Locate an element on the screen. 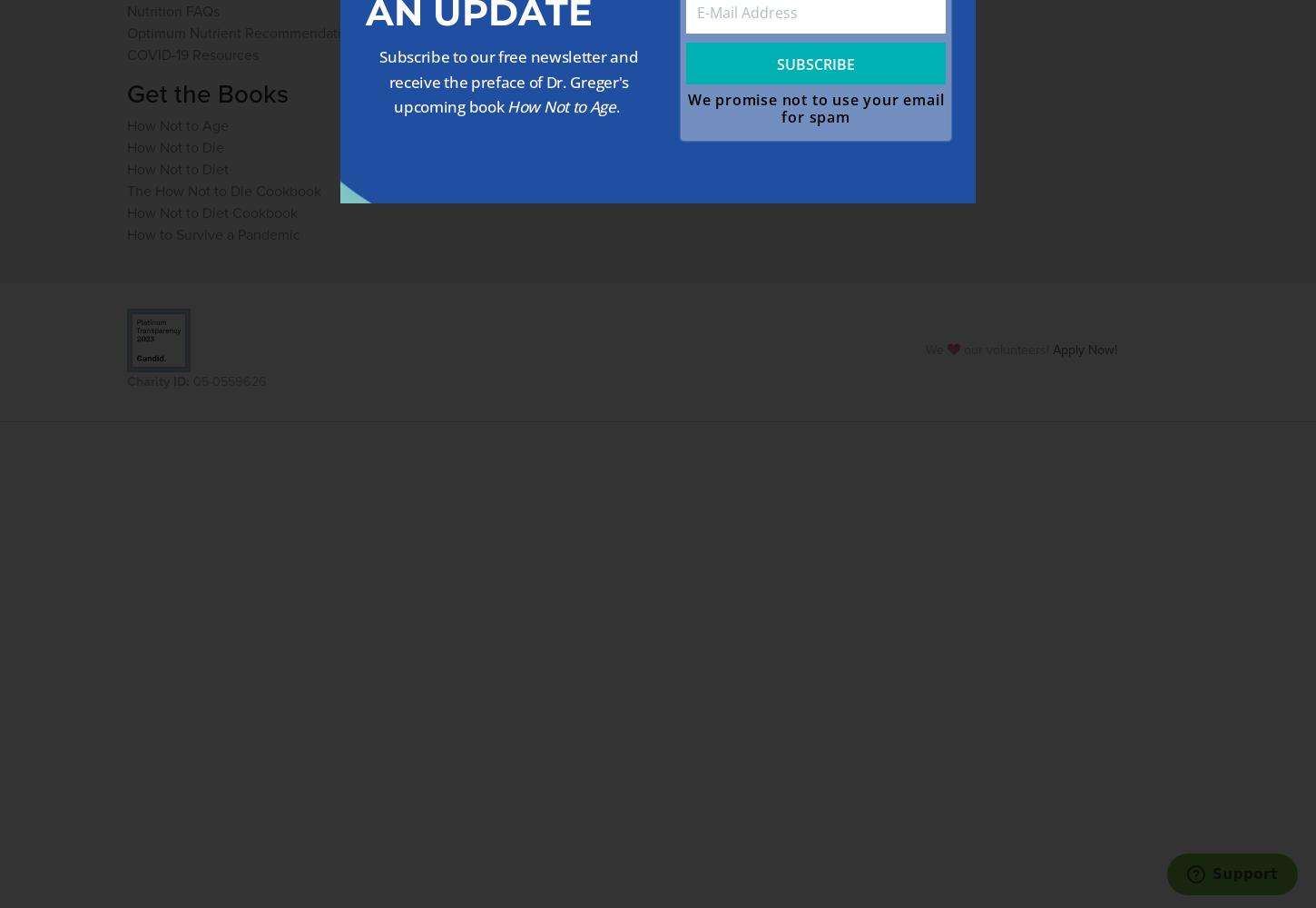 The height and width of the screenshot is (908, 1316). 'Nutrition FAQs' is located at coordinates (172, 10).